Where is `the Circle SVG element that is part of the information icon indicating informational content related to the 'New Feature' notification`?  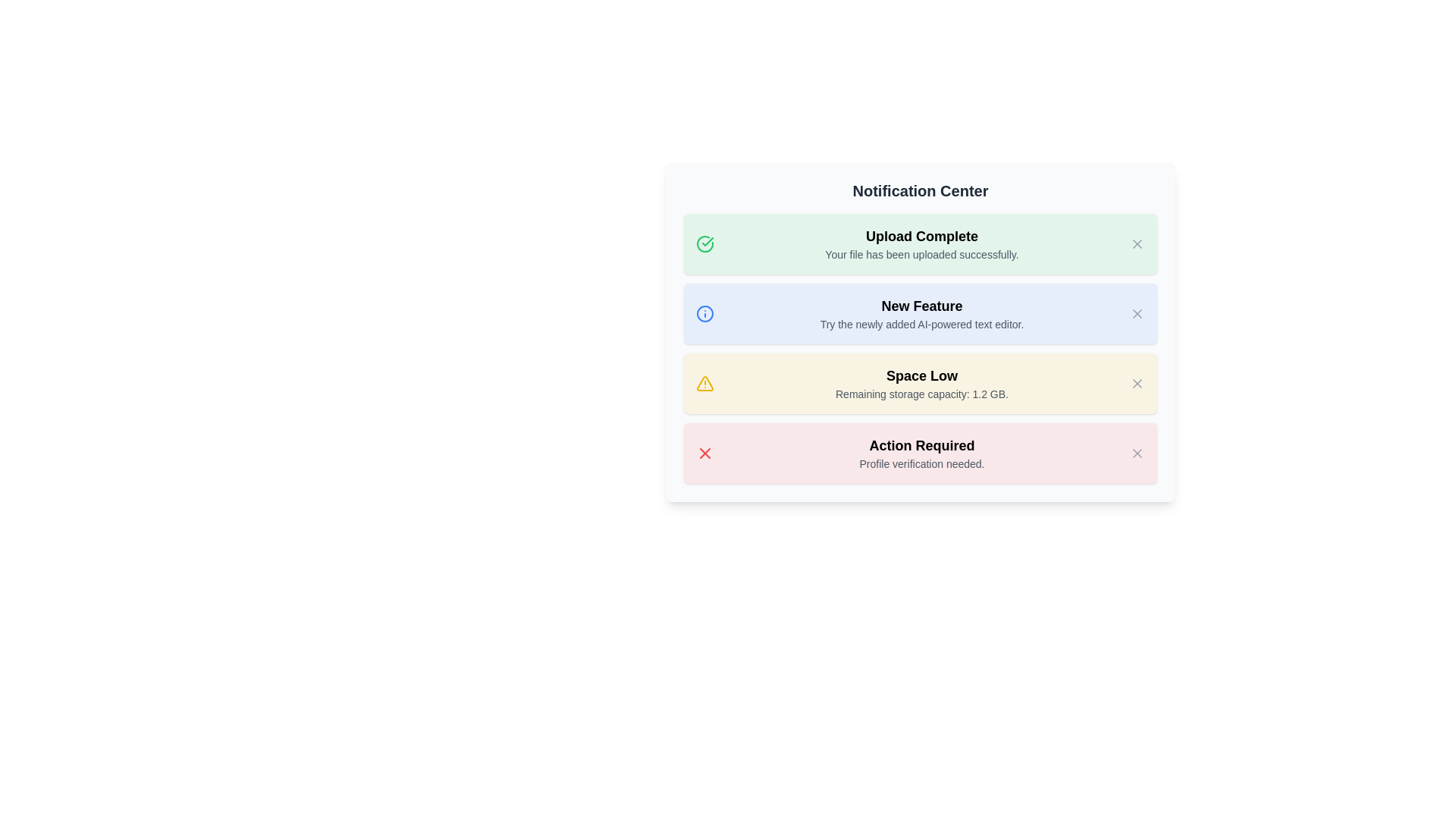
the Circle SVG element that is part of the information icon indicating informational content related to the 'New Feature' notification is located at coordinates (704, 312).